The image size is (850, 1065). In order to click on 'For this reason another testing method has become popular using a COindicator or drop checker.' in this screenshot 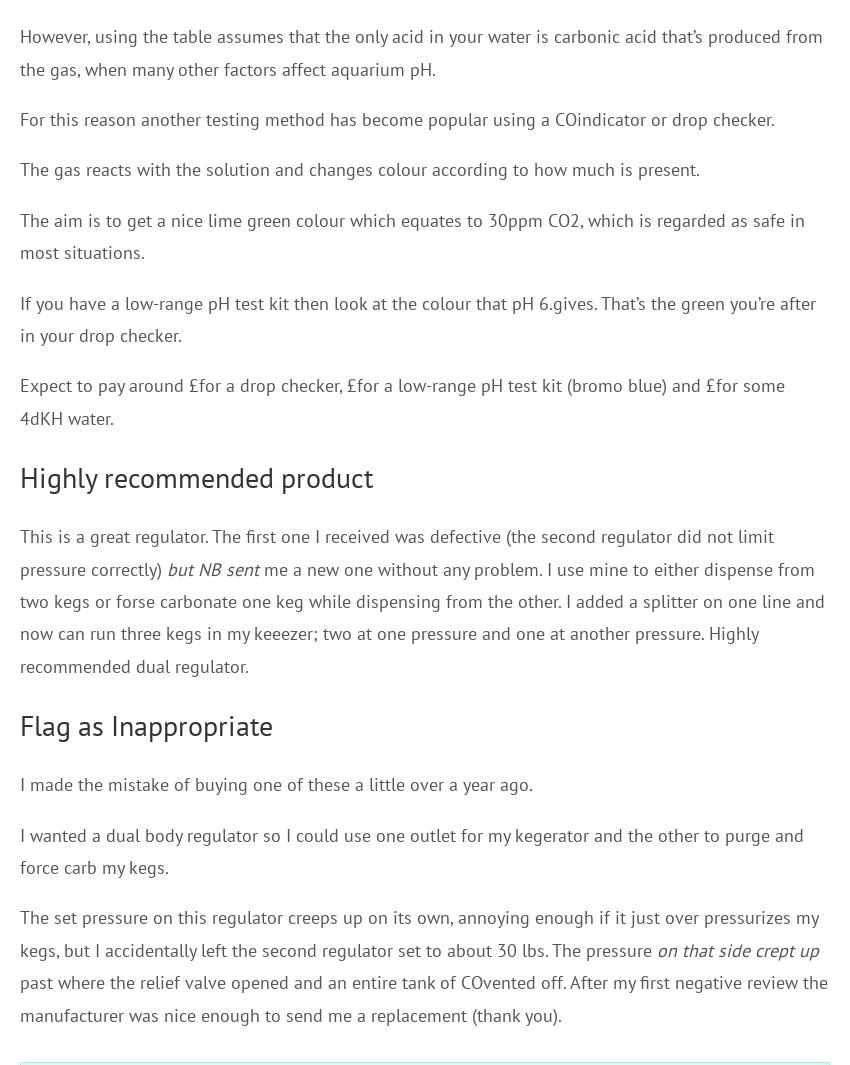, I will do `click(397, 118)`.